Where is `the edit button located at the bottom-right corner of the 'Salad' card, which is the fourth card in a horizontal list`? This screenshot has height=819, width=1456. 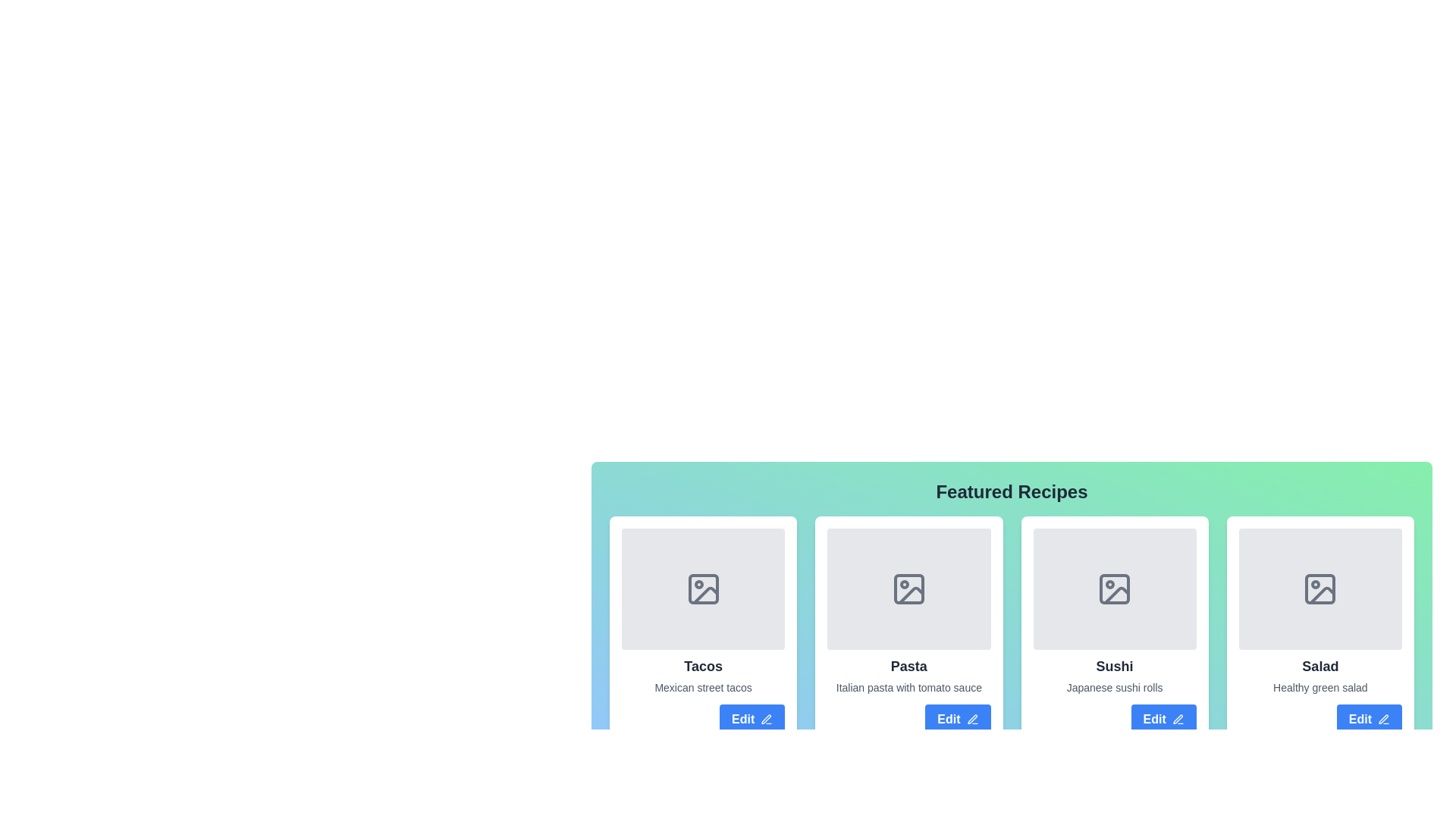
the edit button located at the bottom-right corner of the 'Salad' card, which is the fourth card in a horizontal list is located at coordinates (1319, 718).